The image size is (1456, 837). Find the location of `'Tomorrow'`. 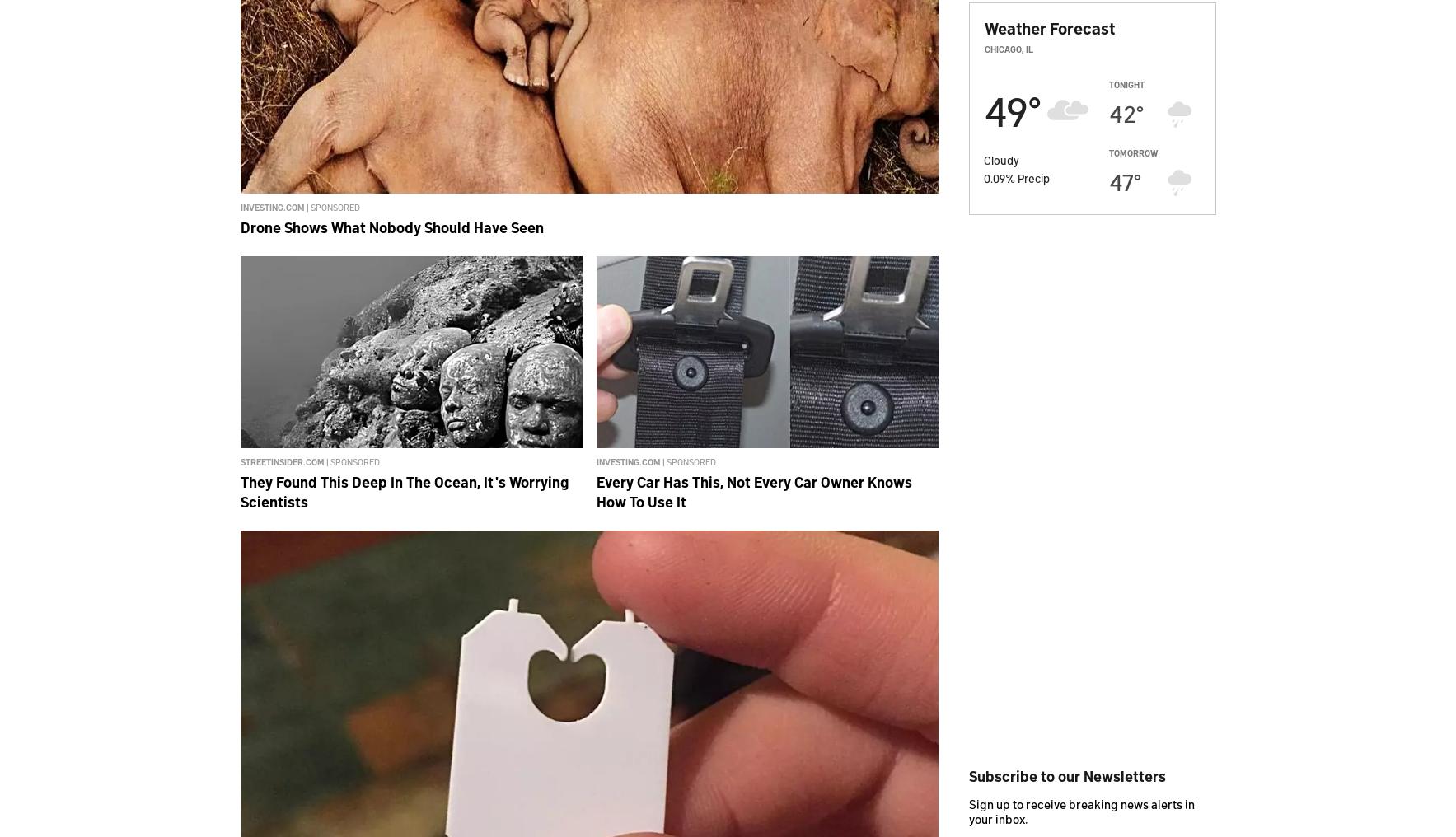

'Tomorrow' is located at coordinates (1107, 152).